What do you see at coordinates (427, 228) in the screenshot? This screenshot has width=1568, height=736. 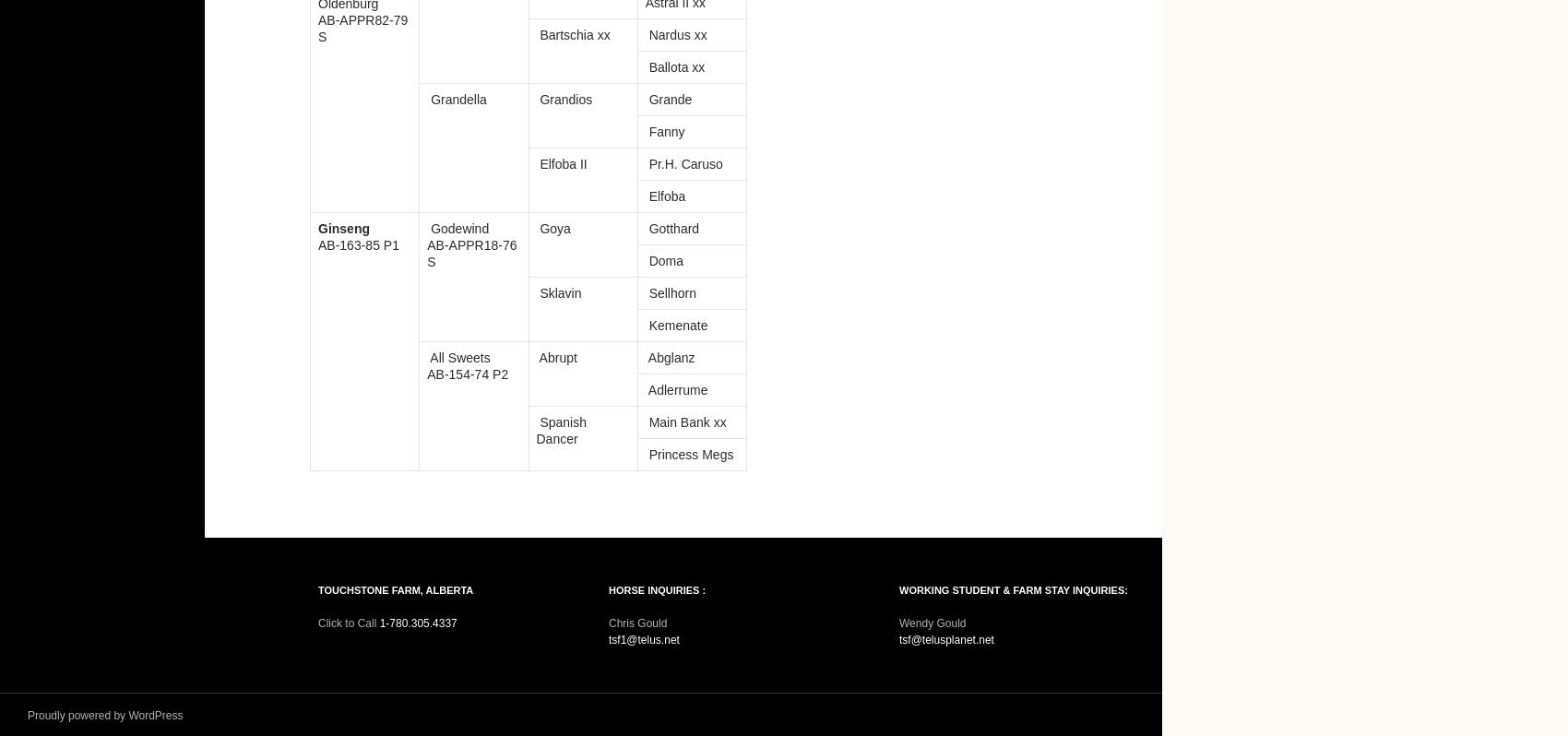 I see `'Godewind'` at bounding box center [427, 228].